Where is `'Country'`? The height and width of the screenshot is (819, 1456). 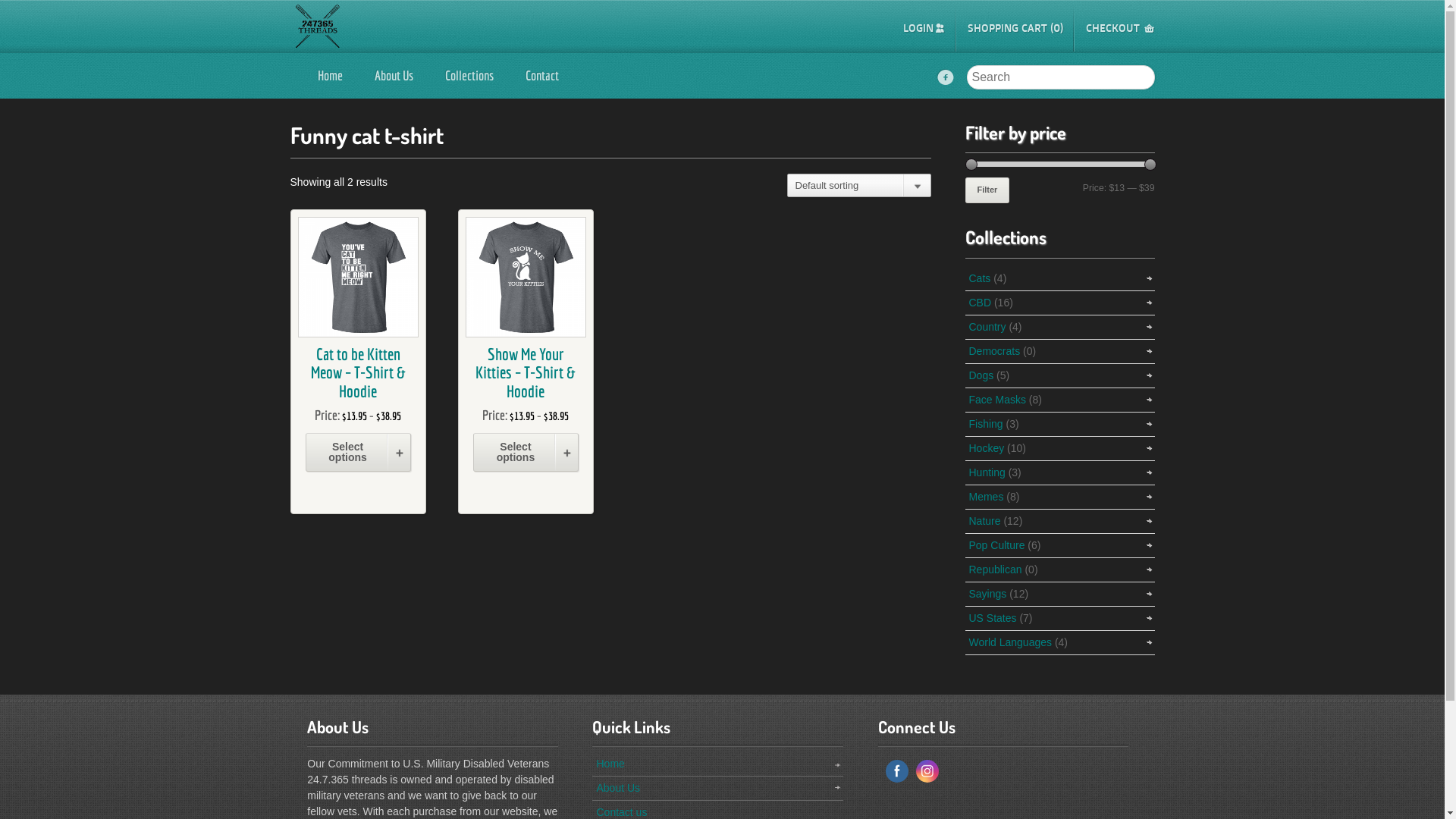
'Country' is located at coordinates (987, 326).